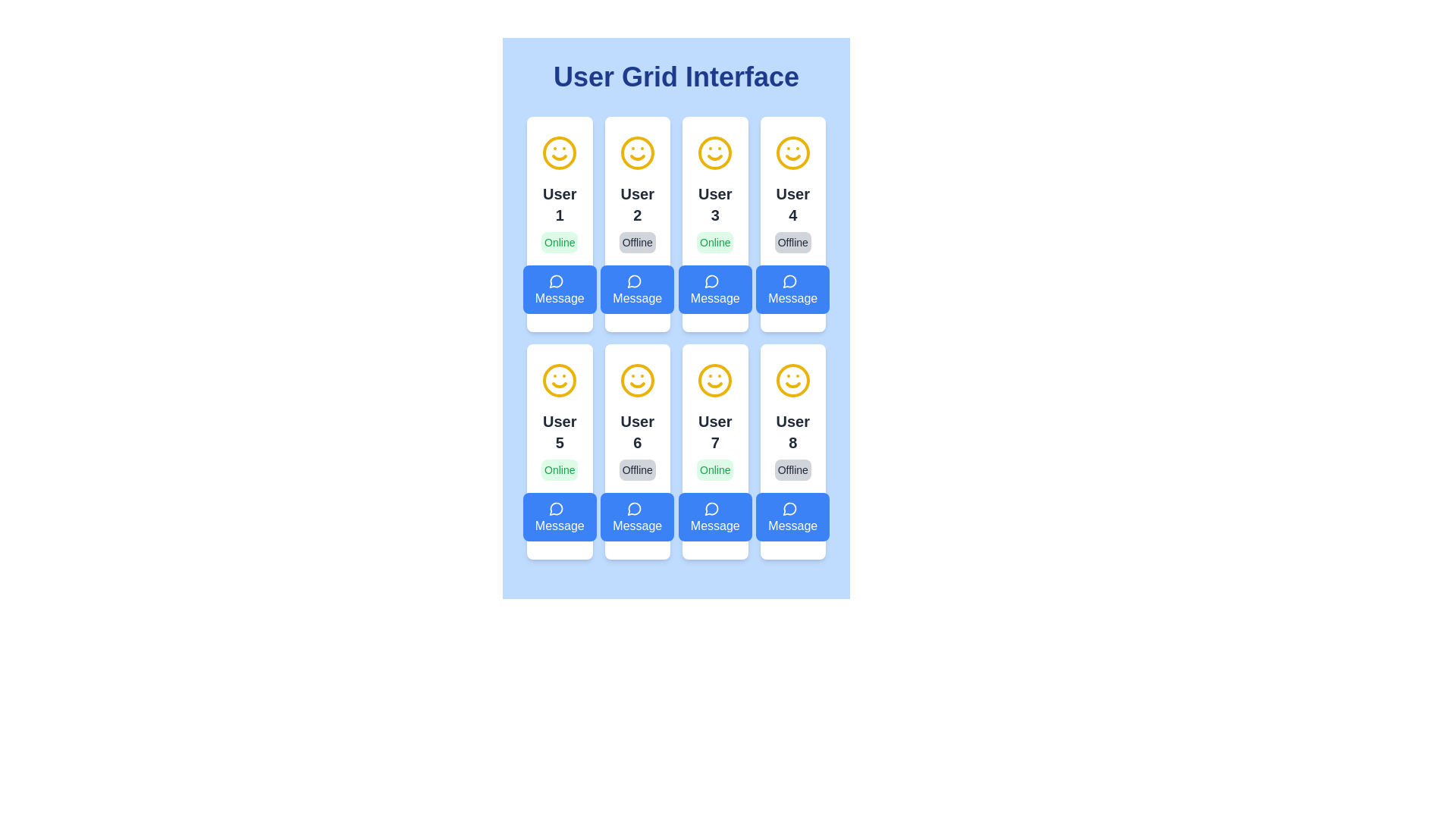 The height and width of the screenshot is (819, 1456). Describe the element at coordinates (714, 289) in the screenshot. I see `the rectangular button with a blue background and white text reading 'Message' located in the card for 'User 3' to initiate the messaging interface` at that location.